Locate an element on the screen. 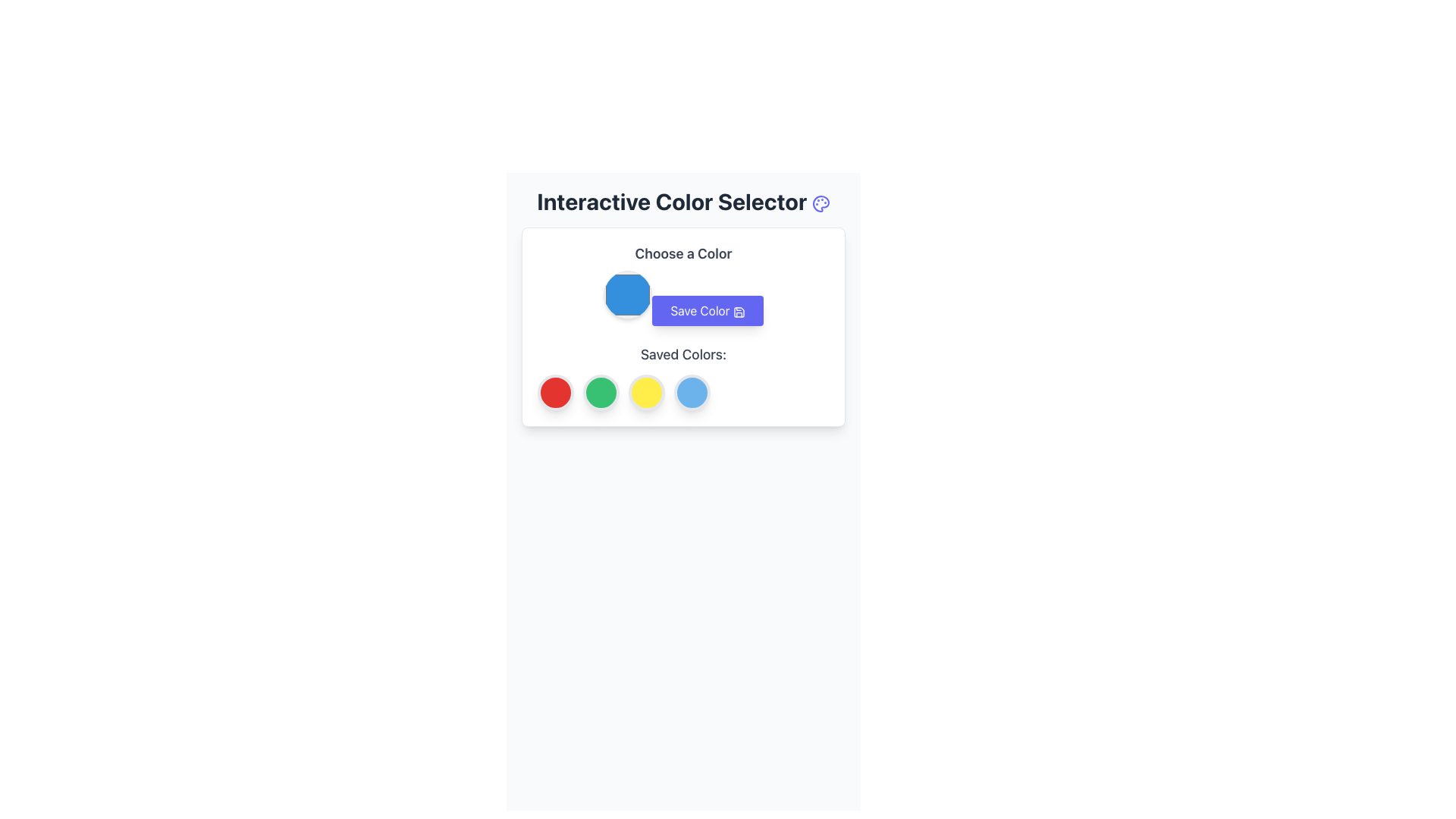 The height and width of the screenshot is (819, 1456). the decorative icon located to the right of the 'Interactive Color Selector' title in the heading is located at coordinates (820, 203).